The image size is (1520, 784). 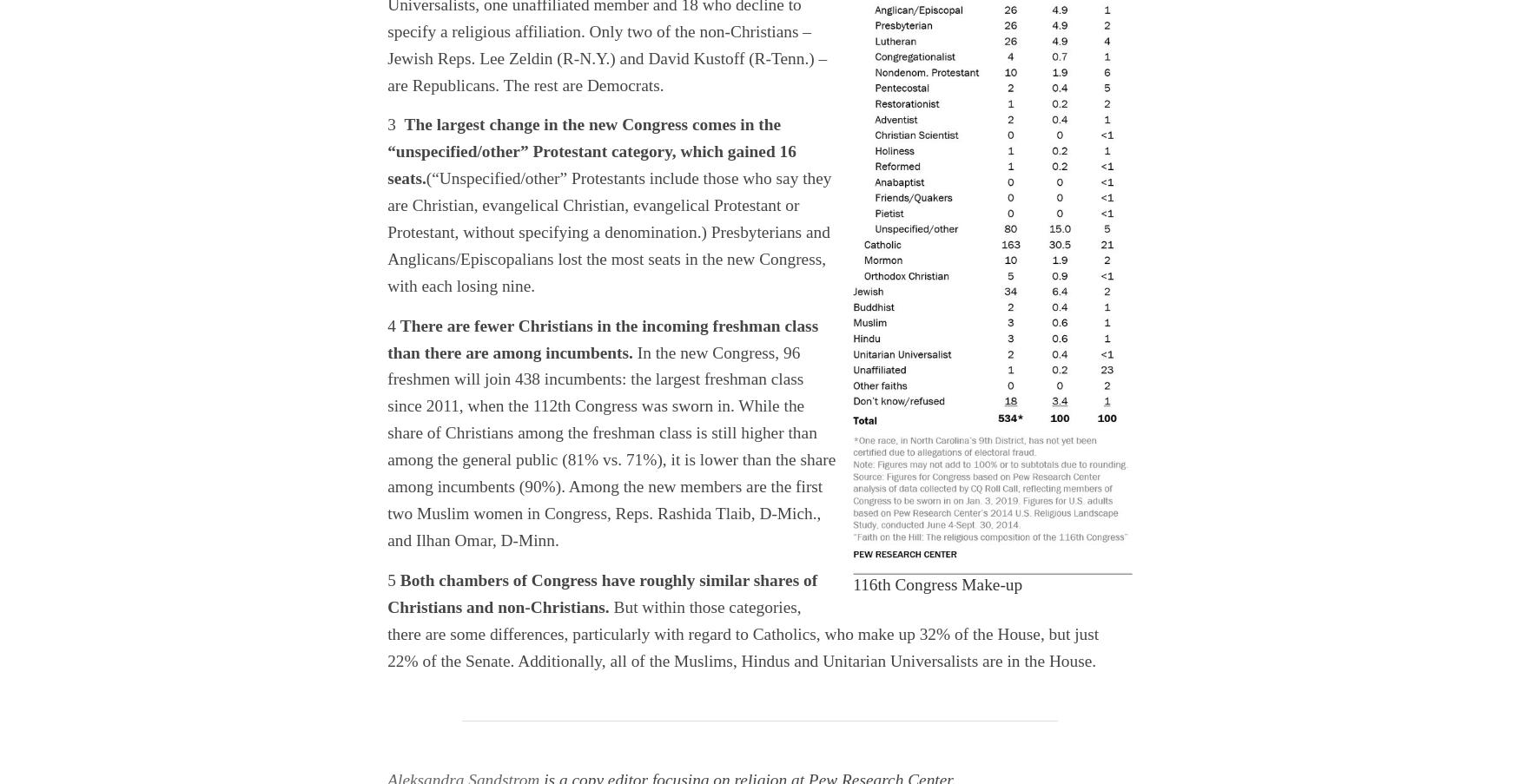 I want to click on '3', so click(x=395, y=123).